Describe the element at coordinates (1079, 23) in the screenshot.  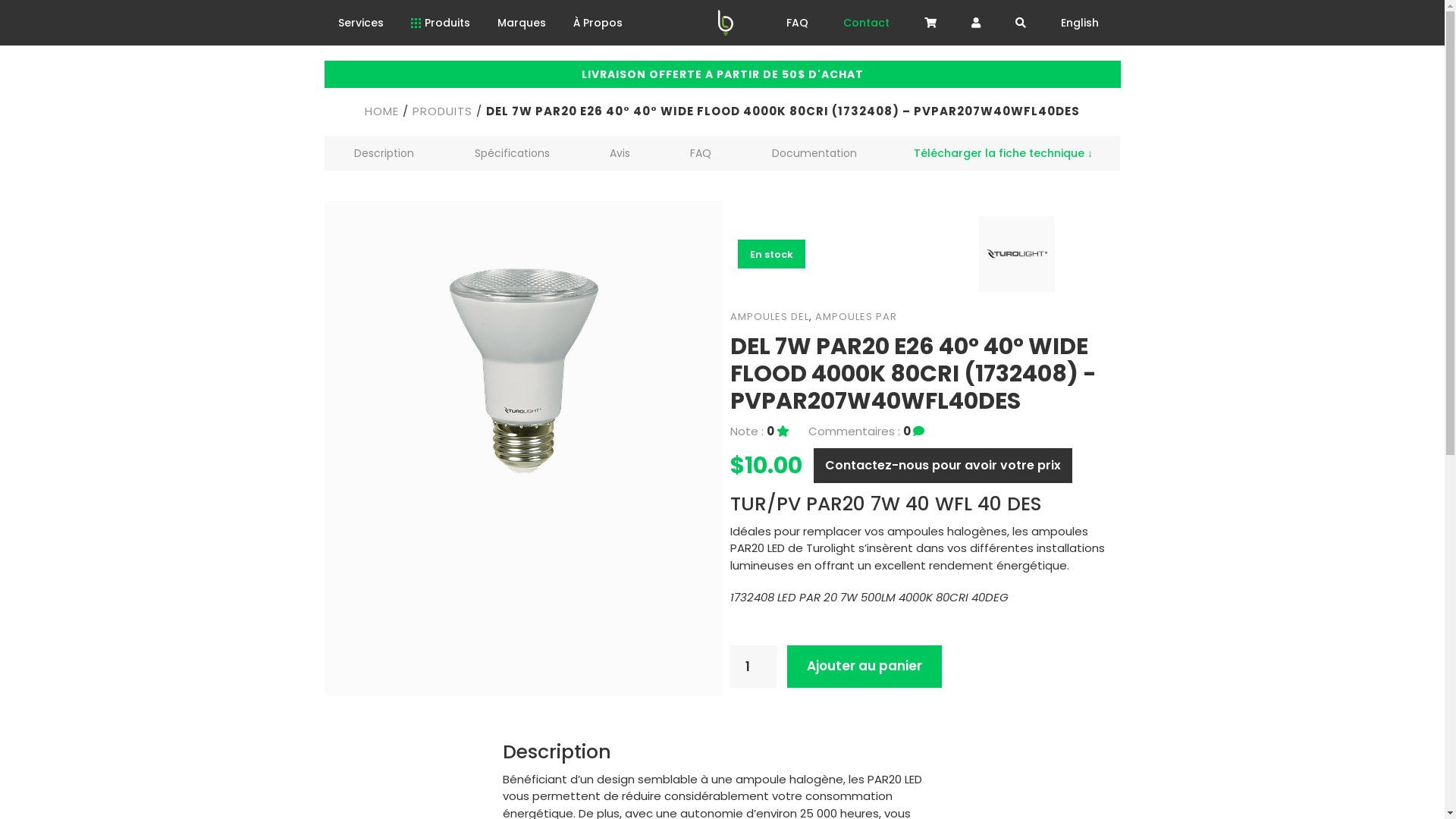
I see `'English'` at that location.